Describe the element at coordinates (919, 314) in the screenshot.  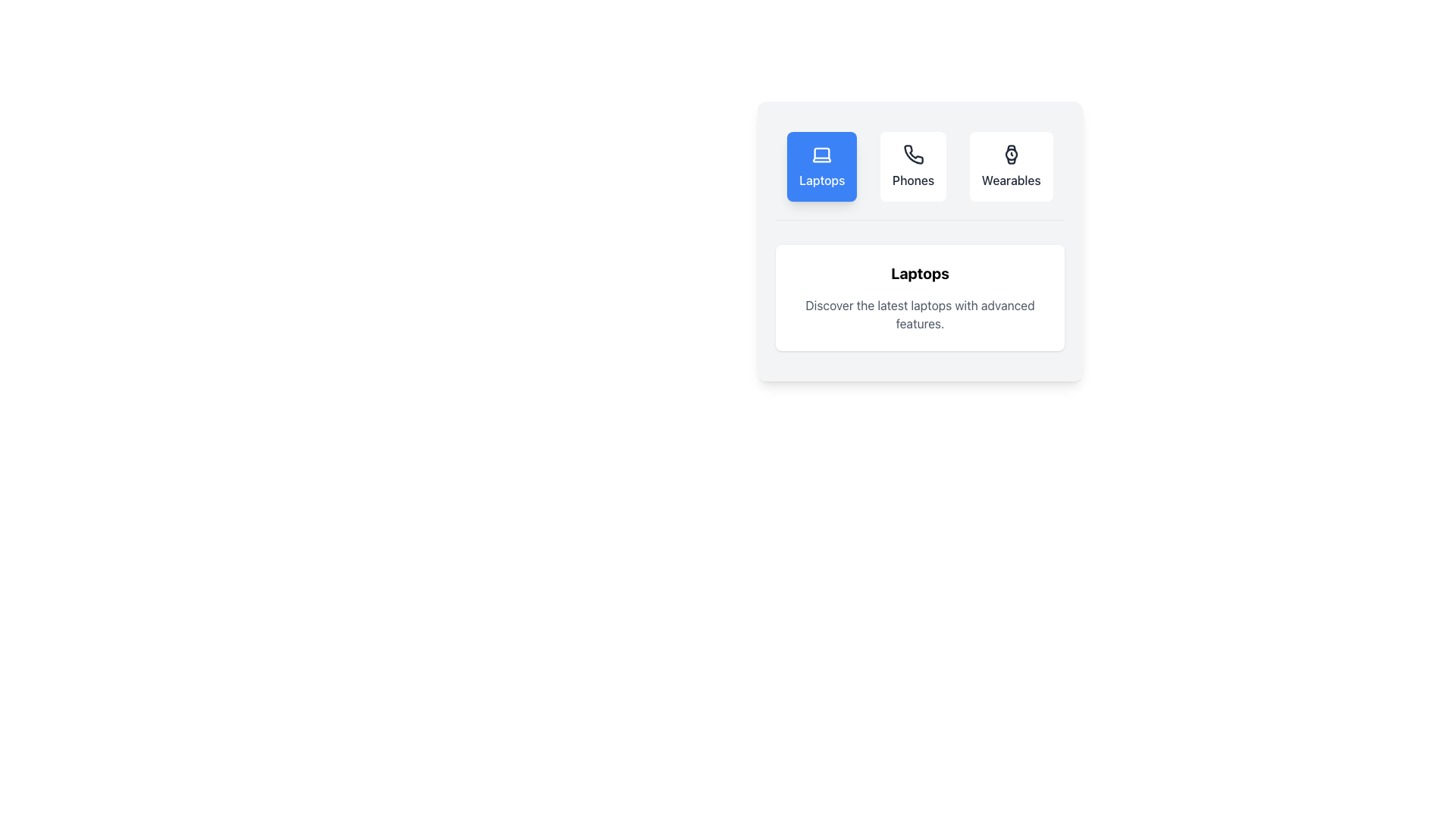
I see `the Static Text element that provides descriptive information about the laptops category, located below the 'Laptops' title and centrally aligned in a white box` at that location.